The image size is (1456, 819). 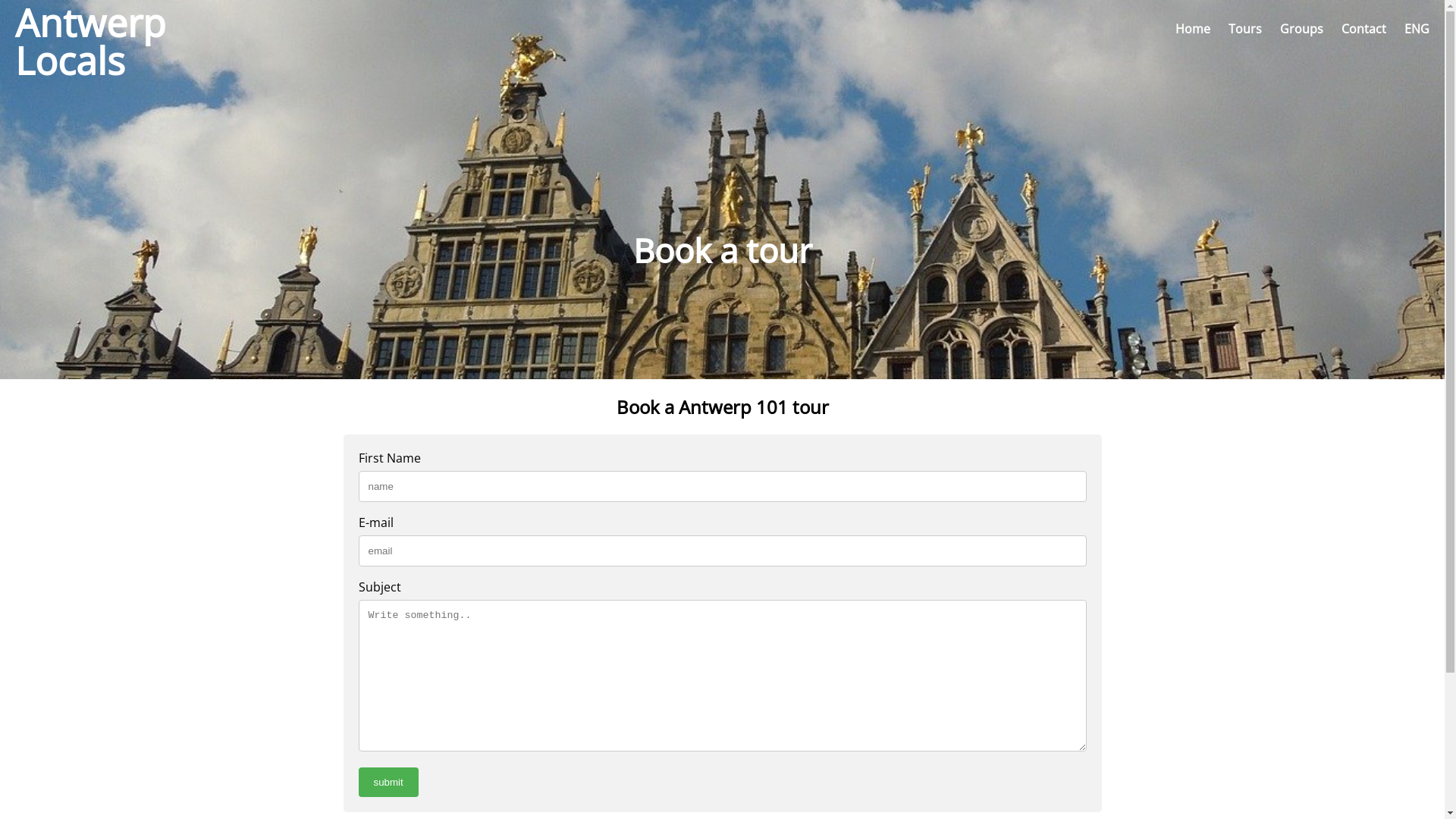 I want to click on 'Contact', so click(x=1341, y=29).